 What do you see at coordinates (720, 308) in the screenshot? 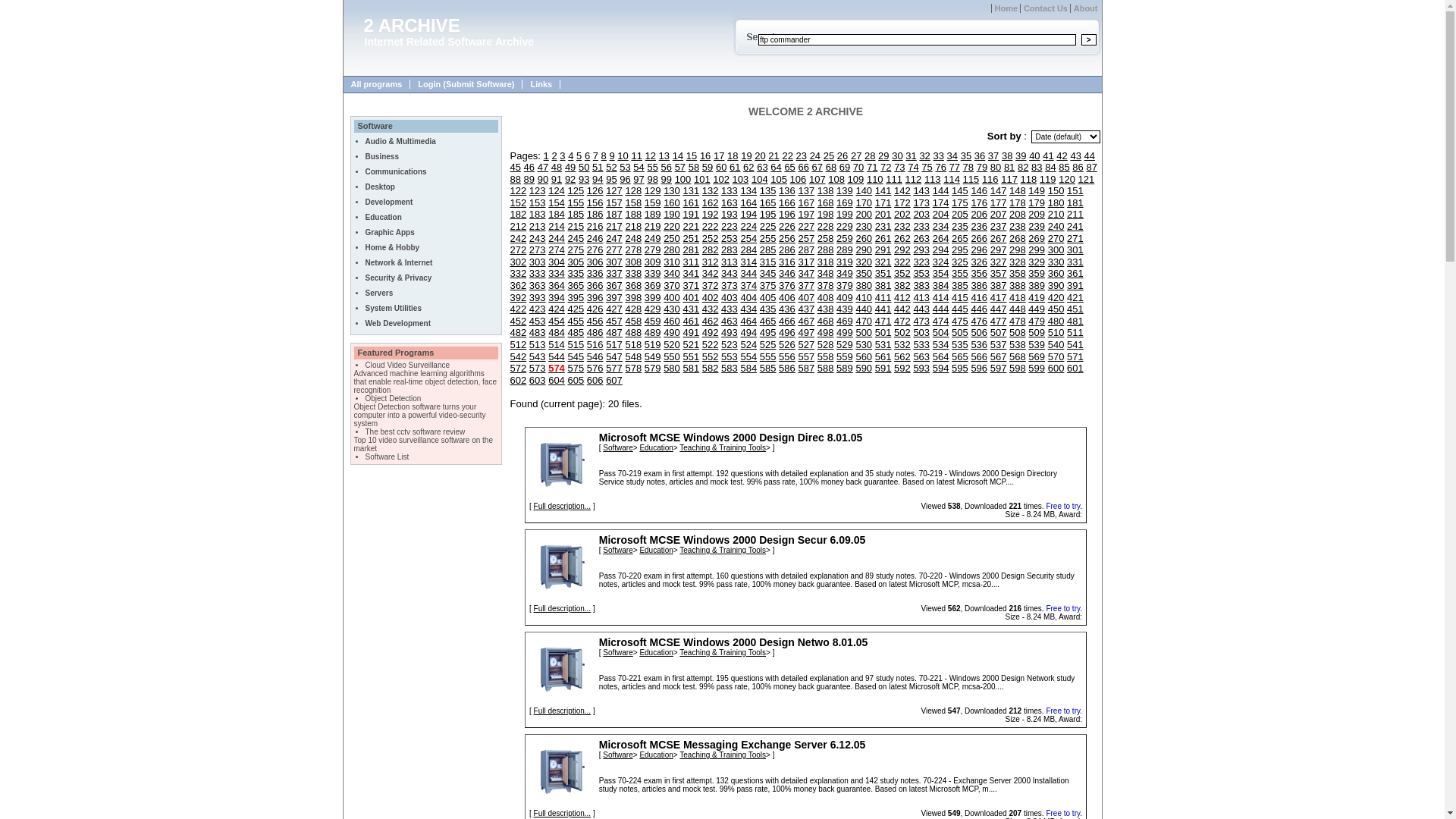
I see `'433'` at bounding box center [720, 308].